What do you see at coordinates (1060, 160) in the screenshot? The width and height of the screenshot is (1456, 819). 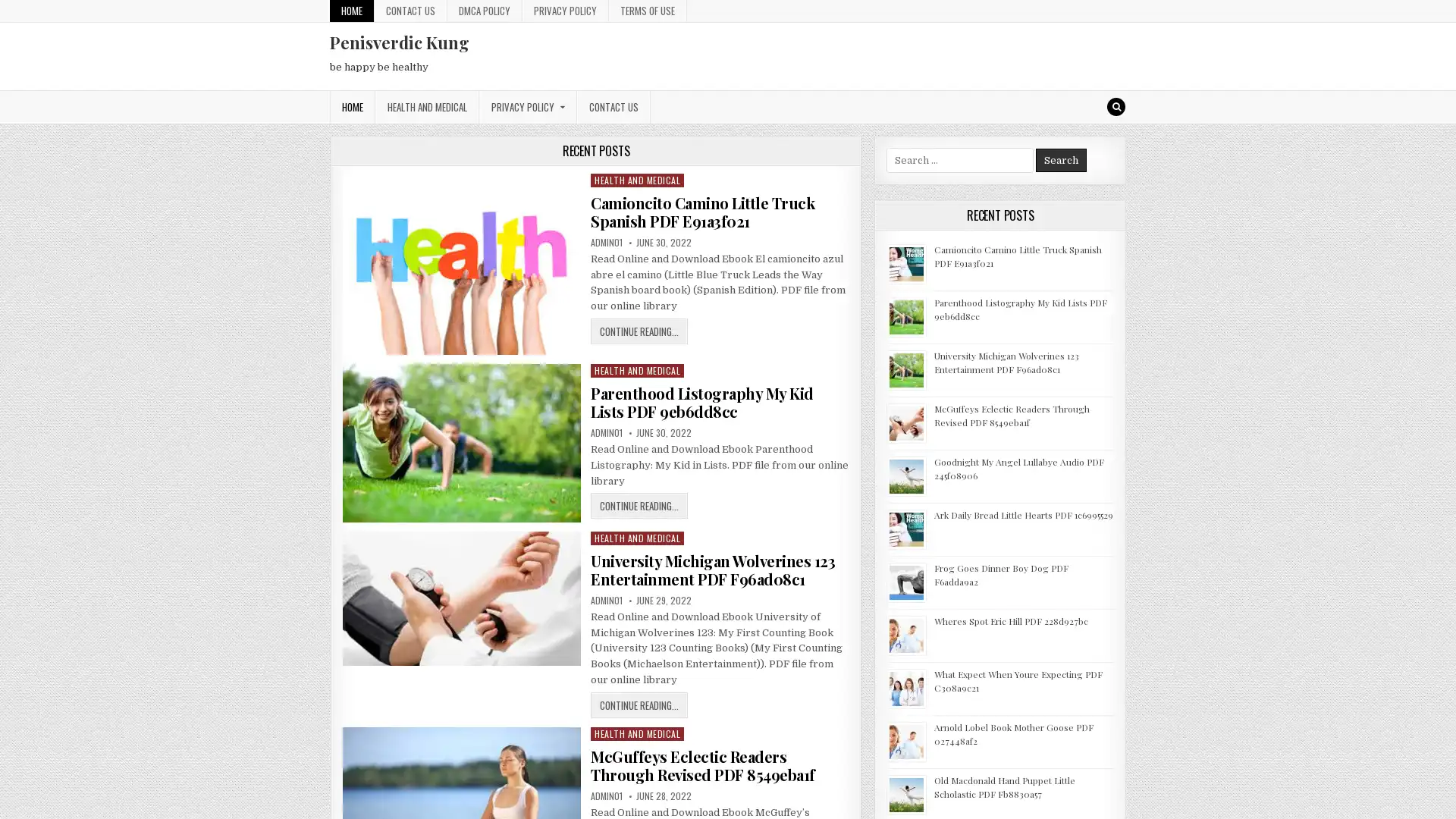 I see `Search` at bounding box center [1060, 160].